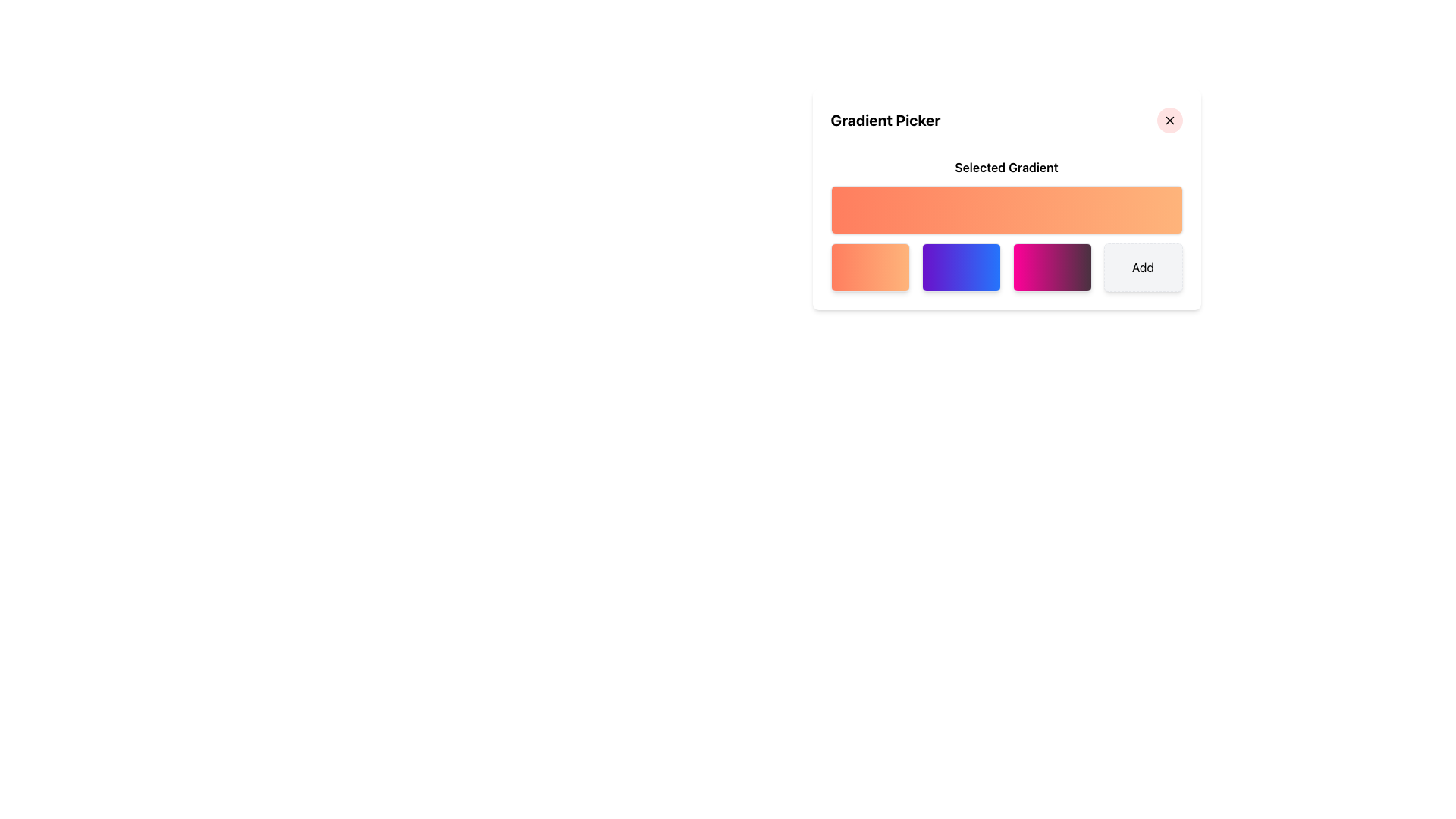 The height and width of the screenshot is (819, 1456). Describe the element at coordinates (1143, 267) in the screenshot. I see `the button located in the bottom-right corner of the grid` at that location.